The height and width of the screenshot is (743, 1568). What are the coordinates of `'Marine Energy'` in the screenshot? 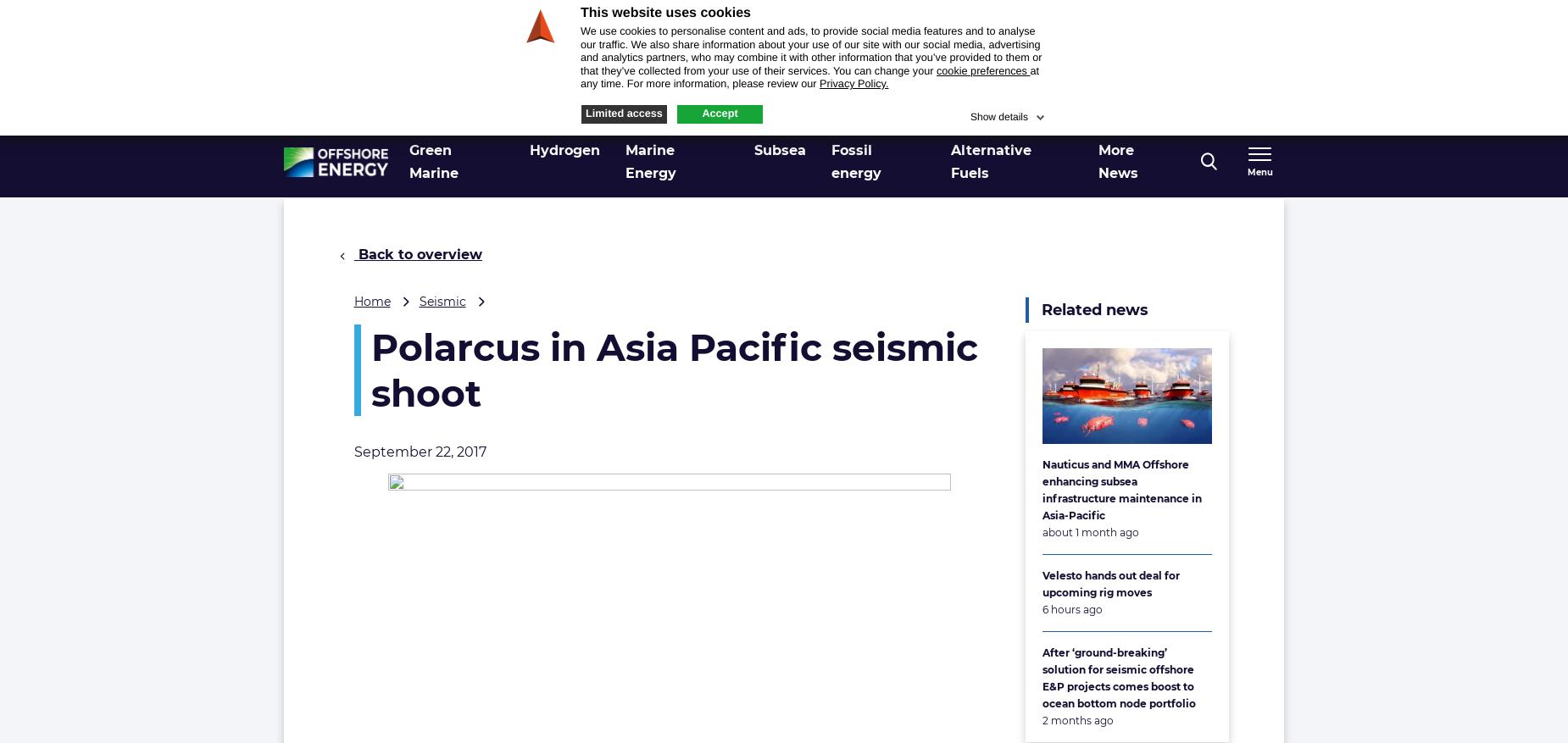 It's located at (650, 161).